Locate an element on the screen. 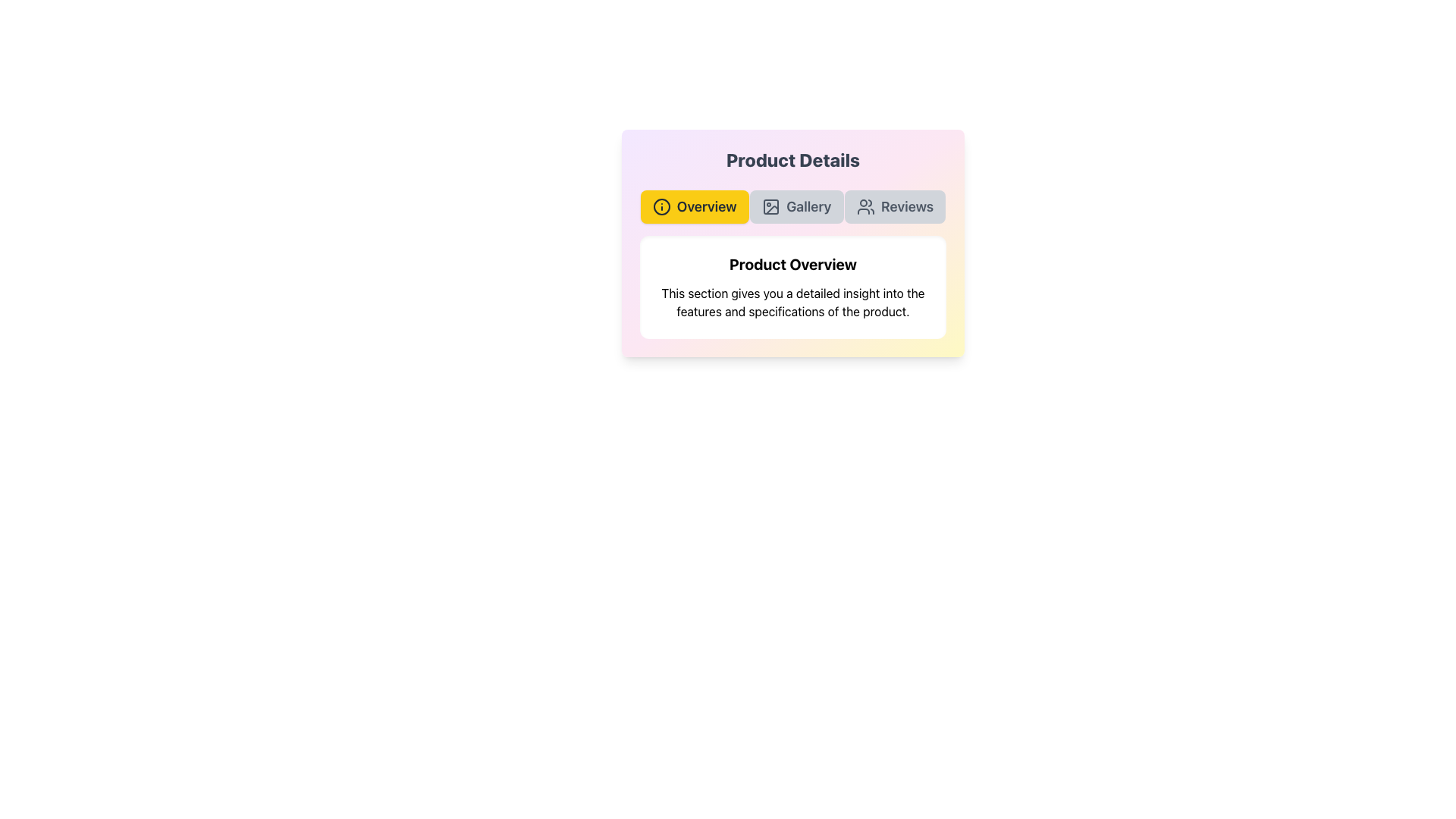 This screenshot has width=1456, height=819. the third button in the horizontal group is located at coordinates (895, 207).